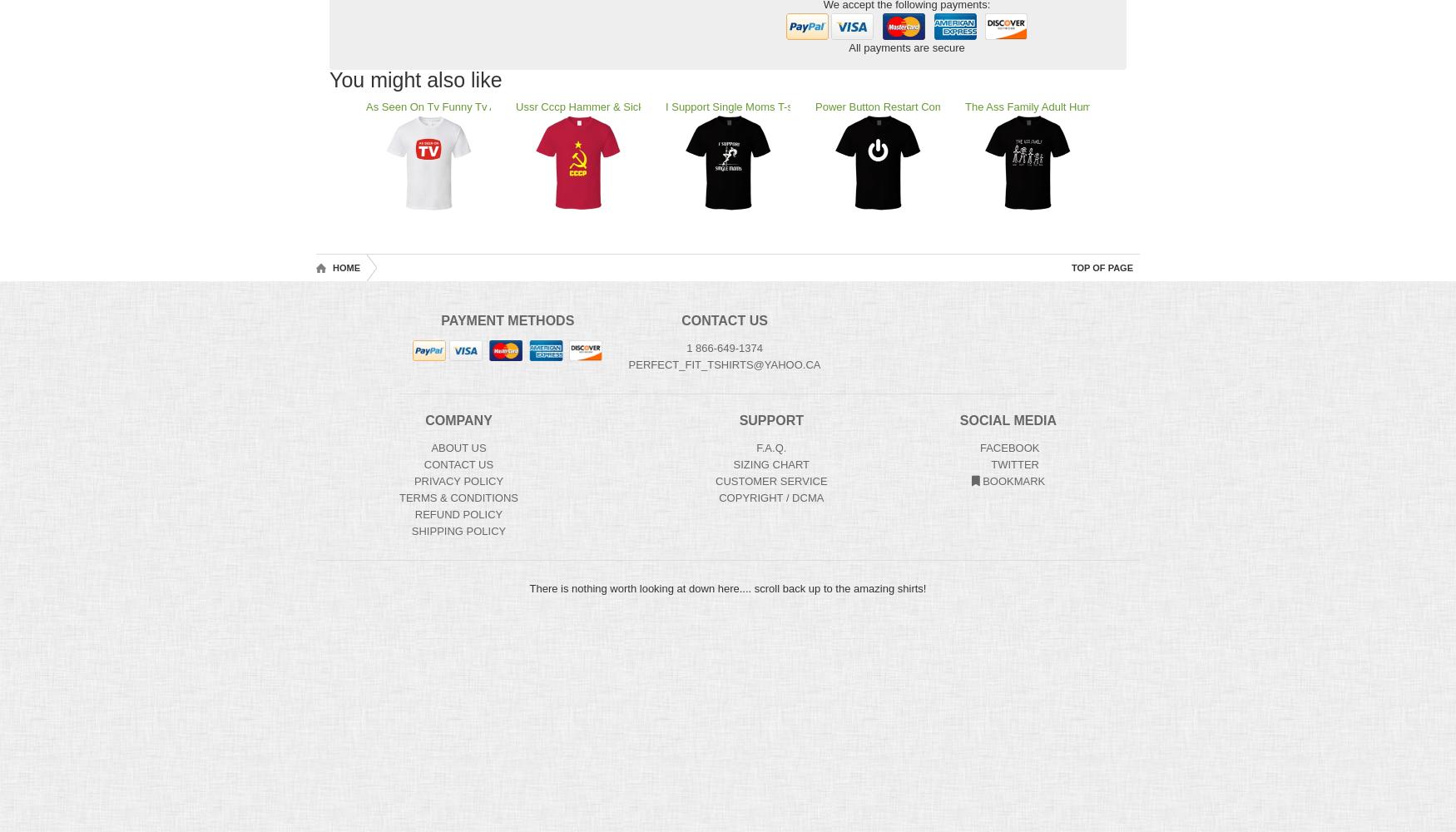  I want to click on '1 866-649-1374', so click(724, 348).